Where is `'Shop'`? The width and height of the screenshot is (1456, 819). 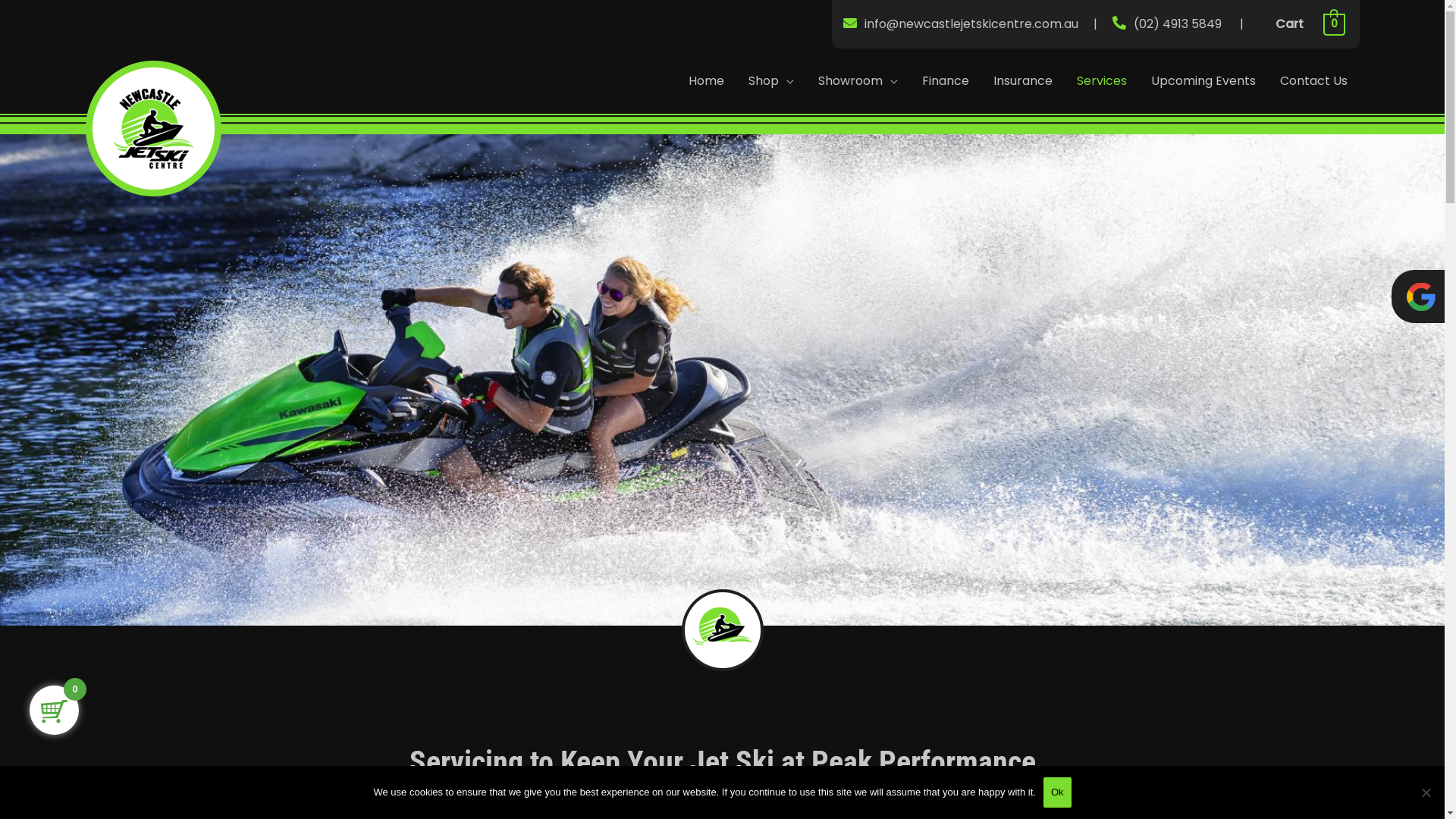 'Shop' is located at coordinates (735, 81).